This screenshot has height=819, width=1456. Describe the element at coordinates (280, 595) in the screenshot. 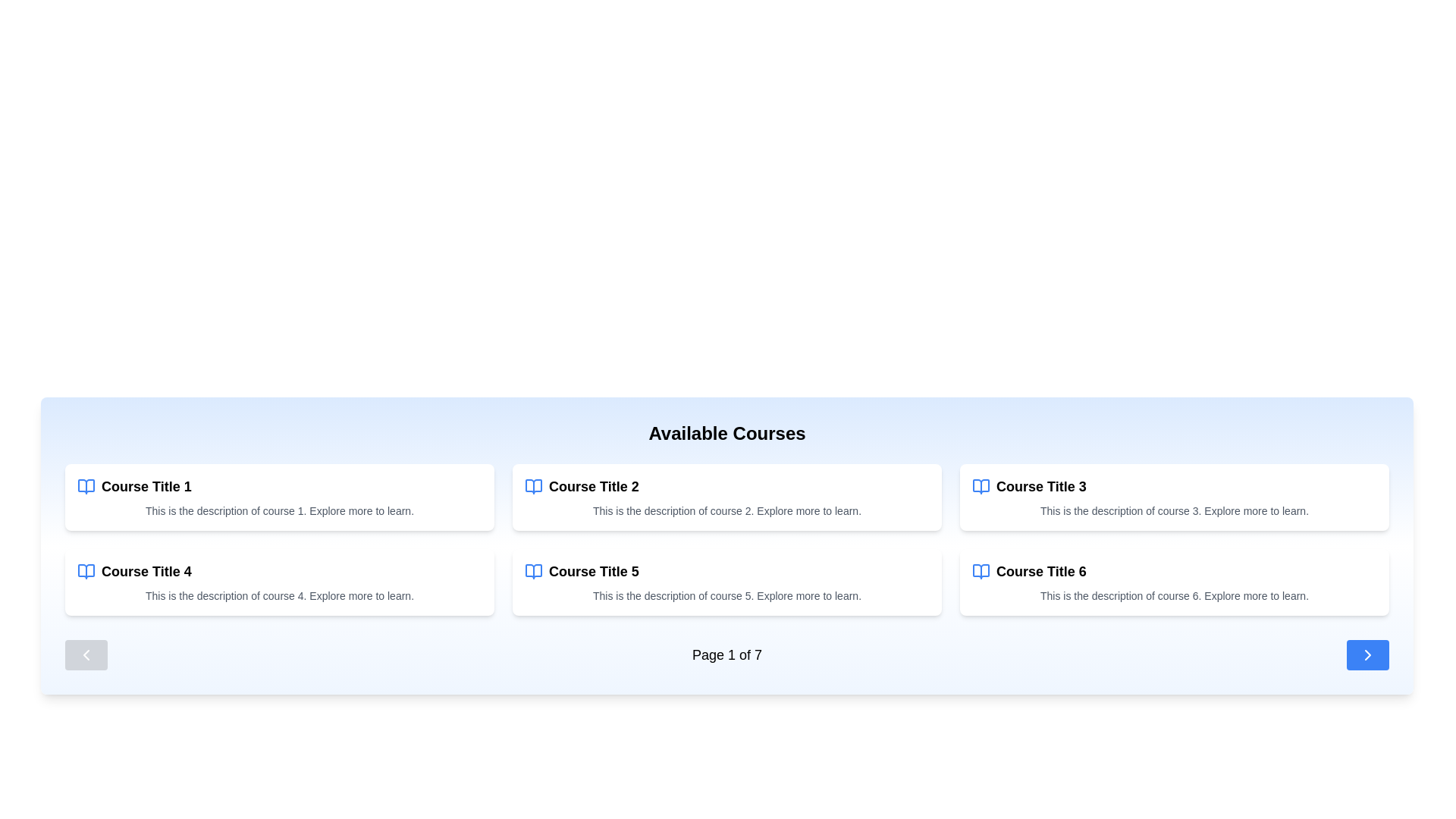

I see `static text label styled in gray font that reads 'This is the description of course 4. Explore more to learn.', located below 'Course Title 4' within its rounded rectangular card` at that location.